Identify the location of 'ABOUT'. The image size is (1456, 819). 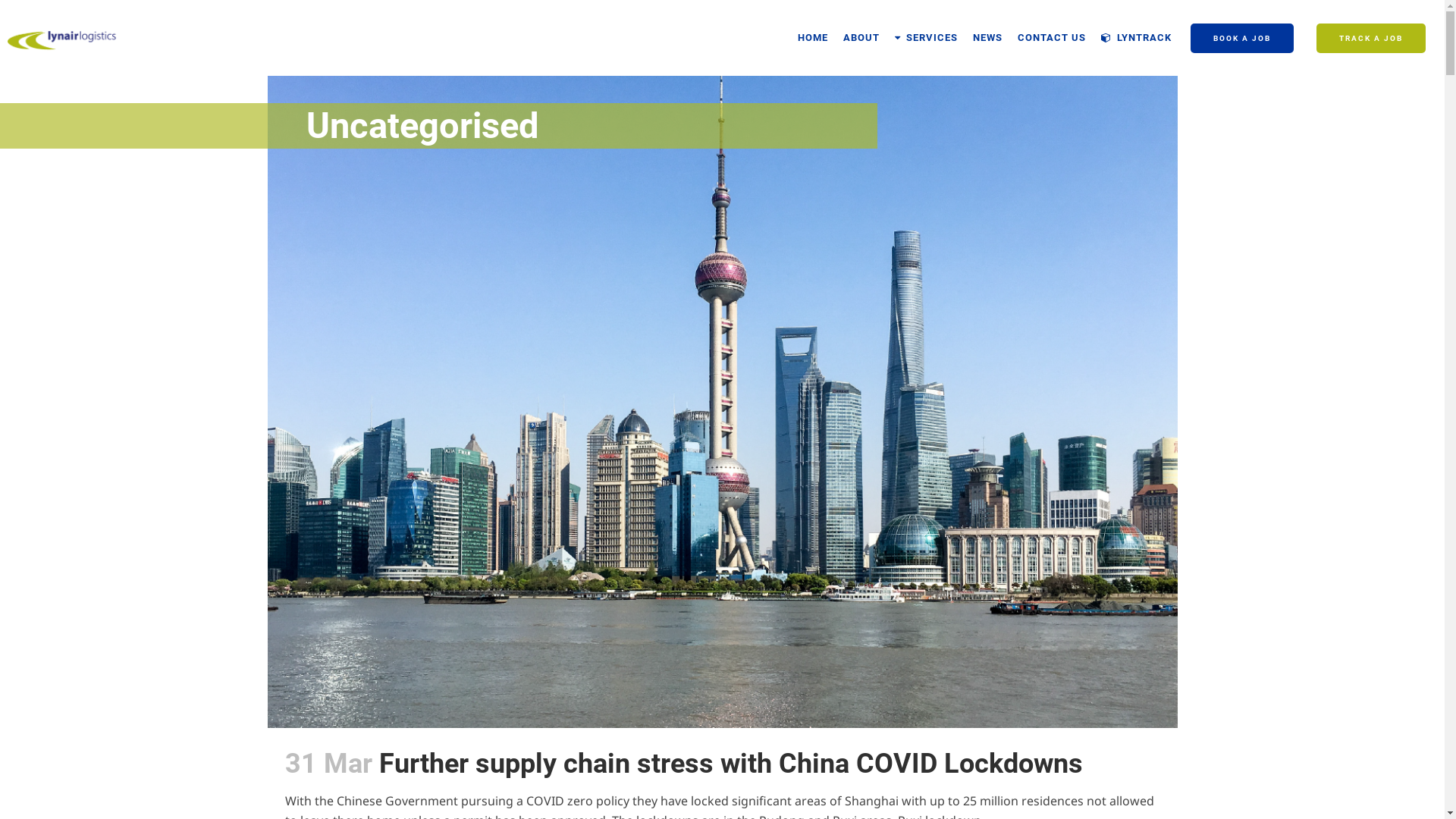
(861, 37).